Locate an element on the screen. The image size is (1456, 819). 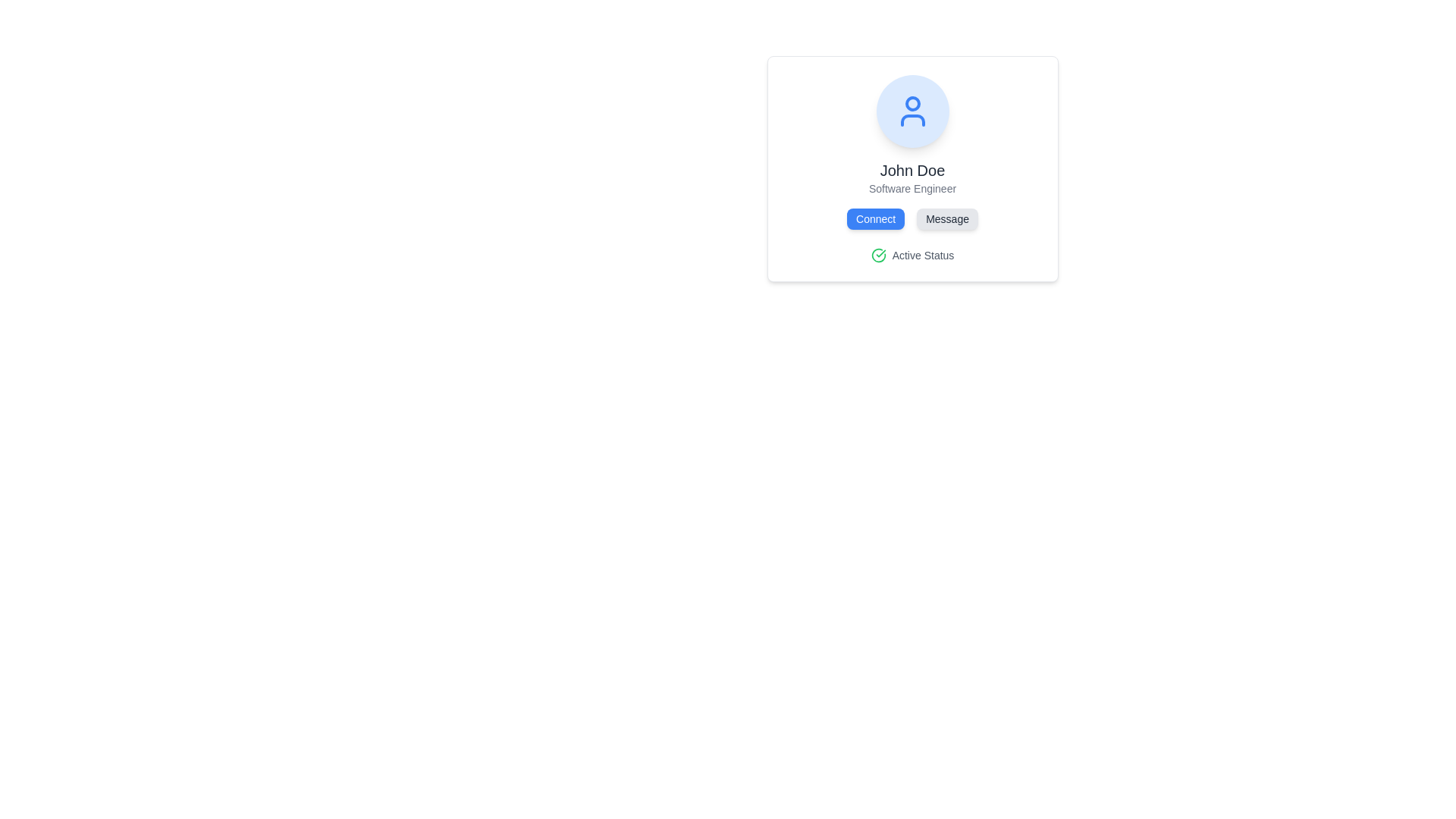
the rectangular button with rounded corners, bright blue background, and white text reading 'Connect' to initiate a connection action is located at coordinates (876, 219).